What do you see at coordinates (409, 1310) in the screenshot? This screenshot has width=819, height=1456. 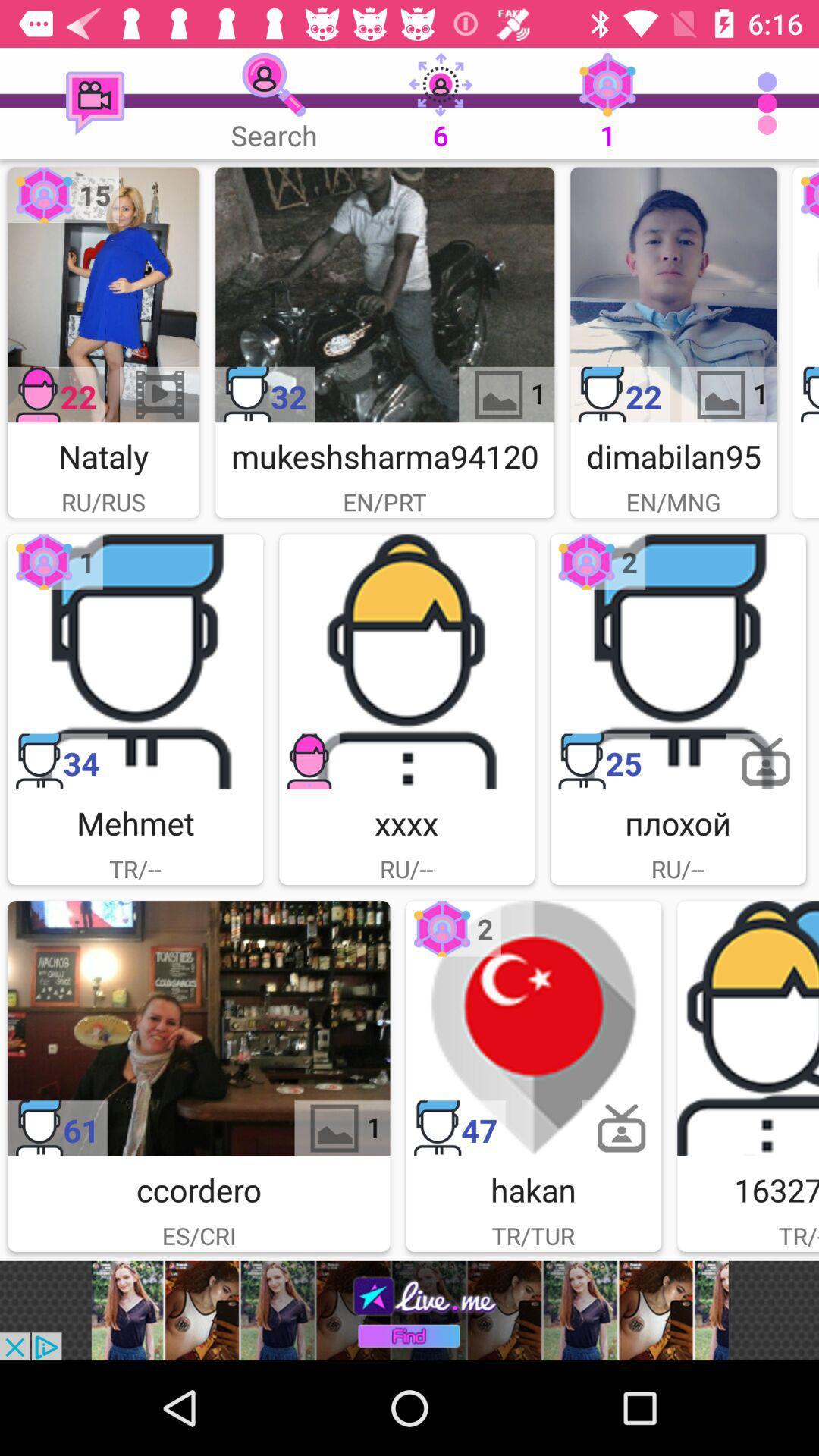 I see `open advertisement` at bounding box center [409, 1310].